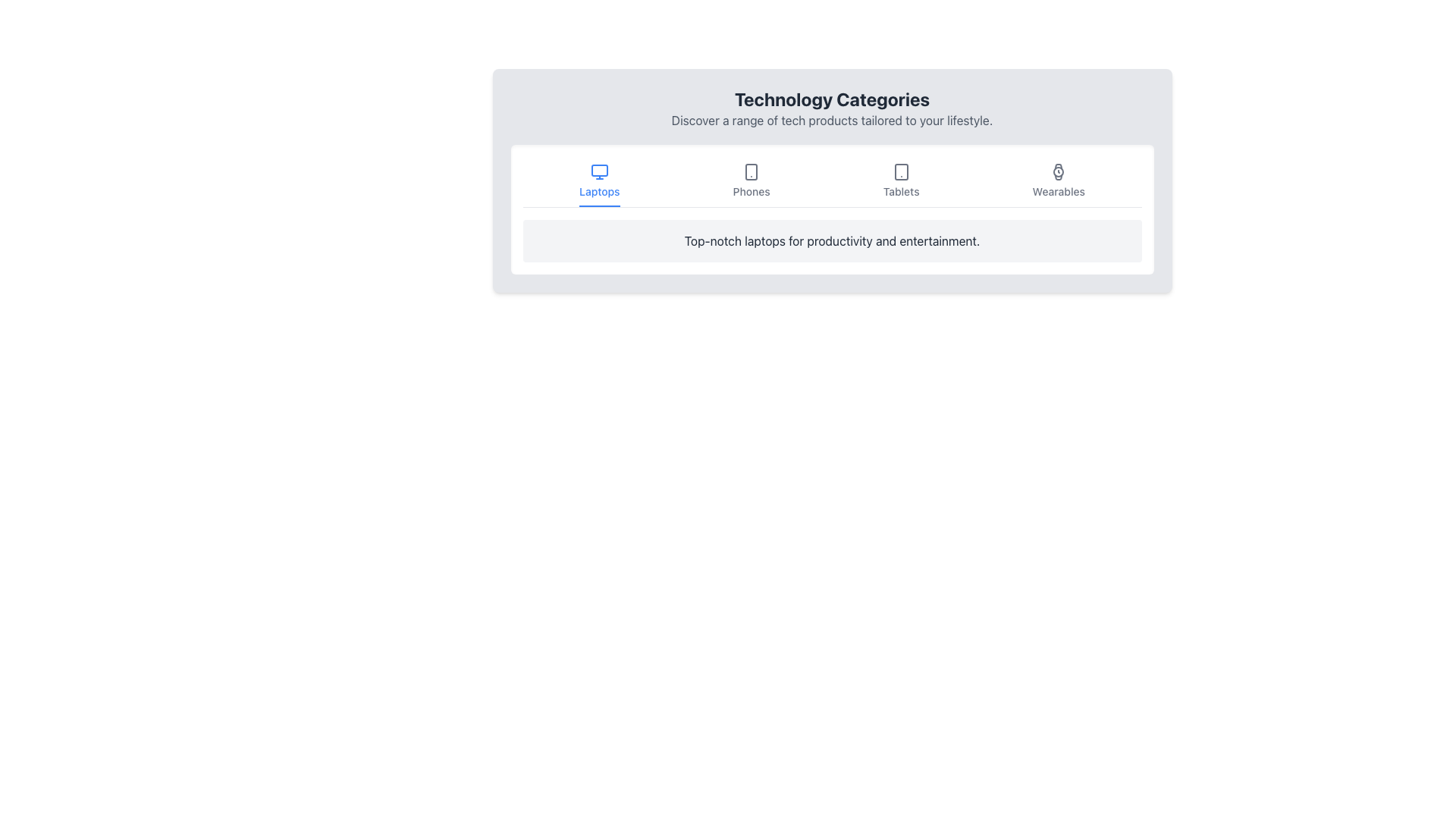 This screenshot has width=1456, height=819. Describe the element at coordinates (831, 99) in the screenshot. I see `the prominently styled header with the text 'Technology Categories', which is bold, larger in font size, and dark gray in color, located at the top of the section` at that location.